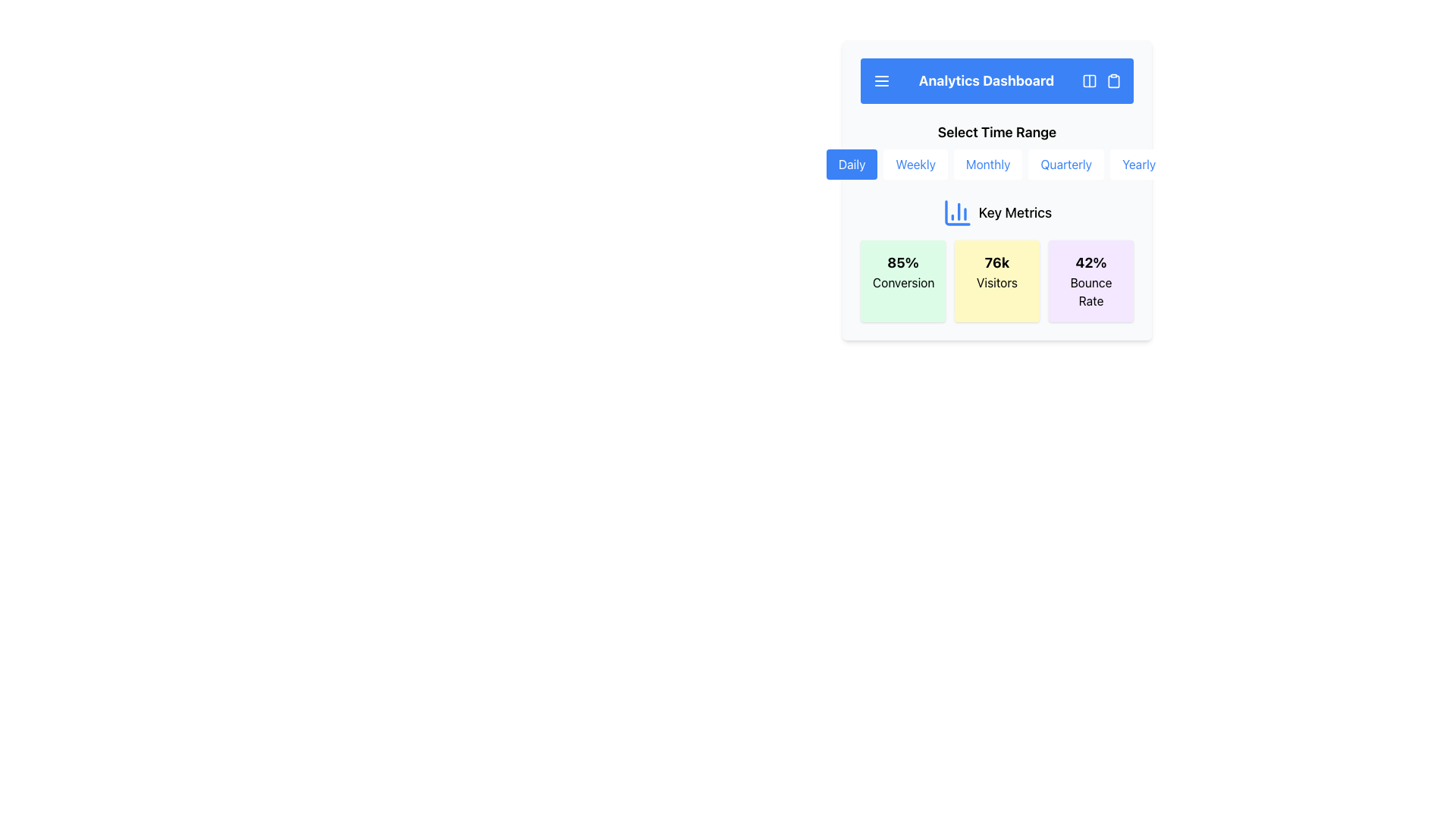 The image size is (1456, 819). What do you see at coordinates (852, 164) in the screenshot?
I see `the 'Daily' button, which is the first button in a horizontal stack of five buttons for filtering metrics` at bounding box center [852, 164].